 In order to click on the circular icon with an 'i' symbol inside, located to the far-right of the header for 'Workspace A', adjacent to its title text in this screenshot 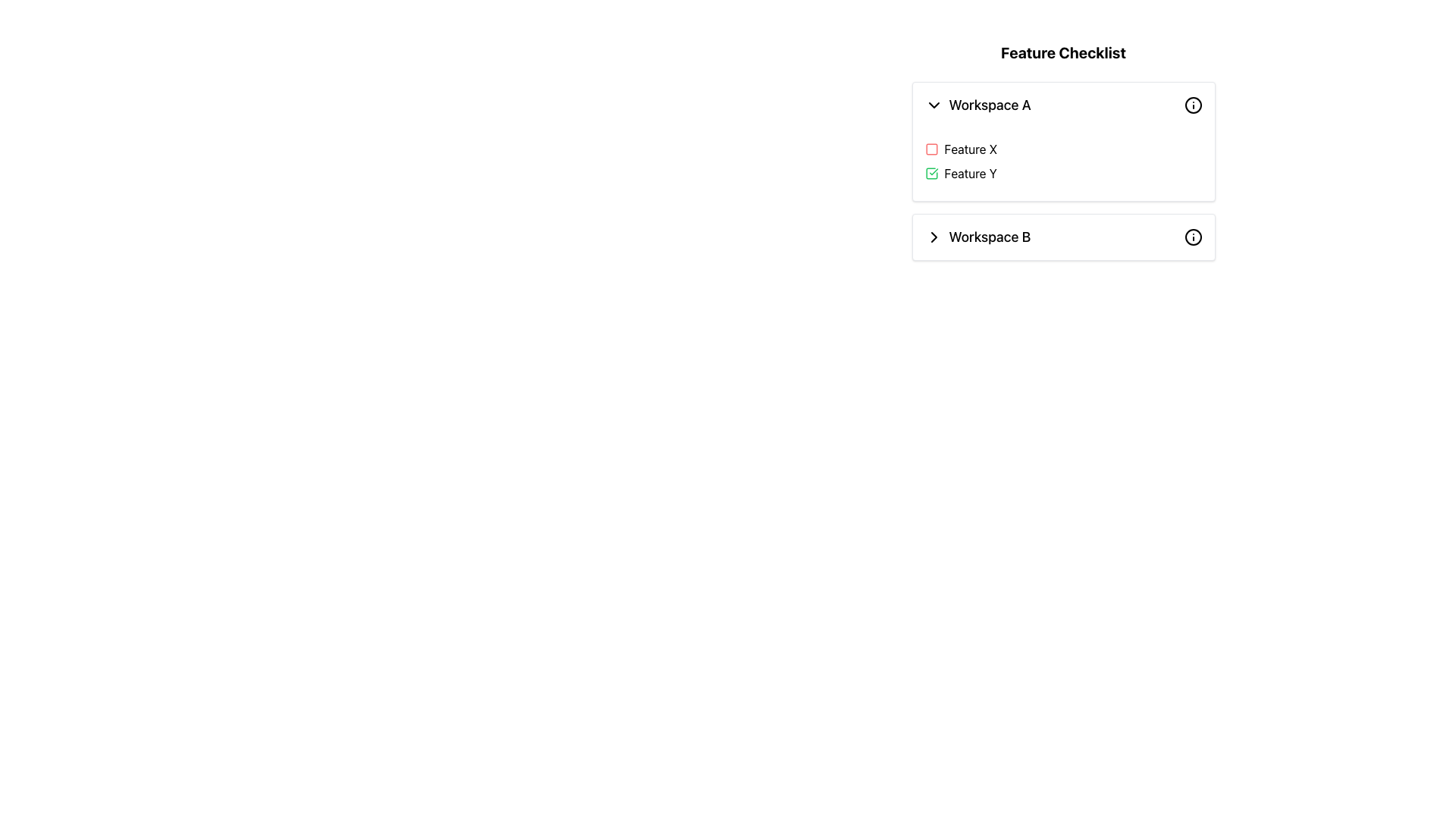, I will do `click(1192, 104)`.